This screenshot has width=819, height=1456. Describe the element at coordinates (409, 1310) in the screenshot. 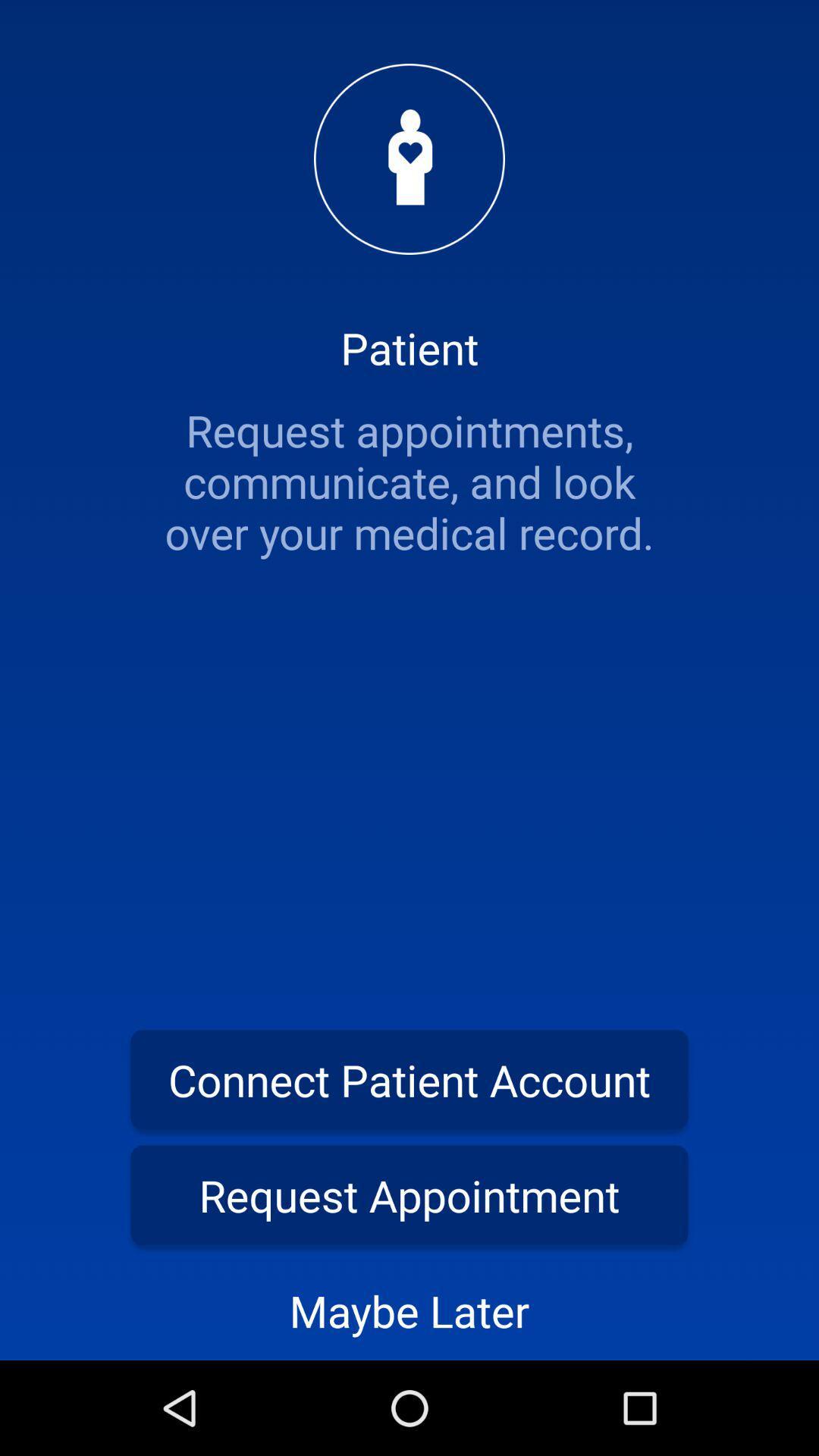

I see `the maybe later` at that location.